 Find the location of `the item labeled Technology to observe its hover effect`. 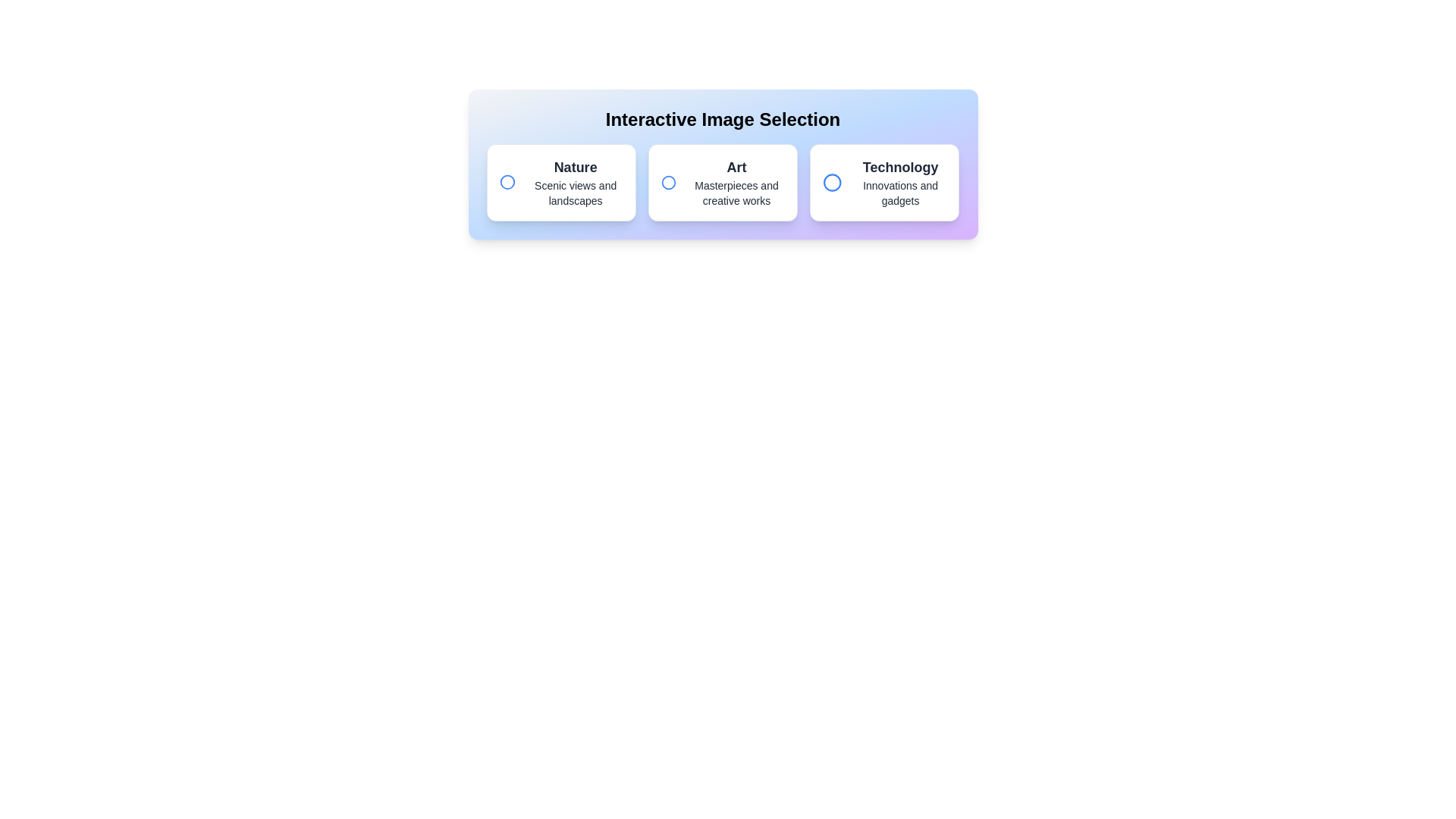

the item labeled Technology to observe its hover effect is located at coordinates (884, 181).